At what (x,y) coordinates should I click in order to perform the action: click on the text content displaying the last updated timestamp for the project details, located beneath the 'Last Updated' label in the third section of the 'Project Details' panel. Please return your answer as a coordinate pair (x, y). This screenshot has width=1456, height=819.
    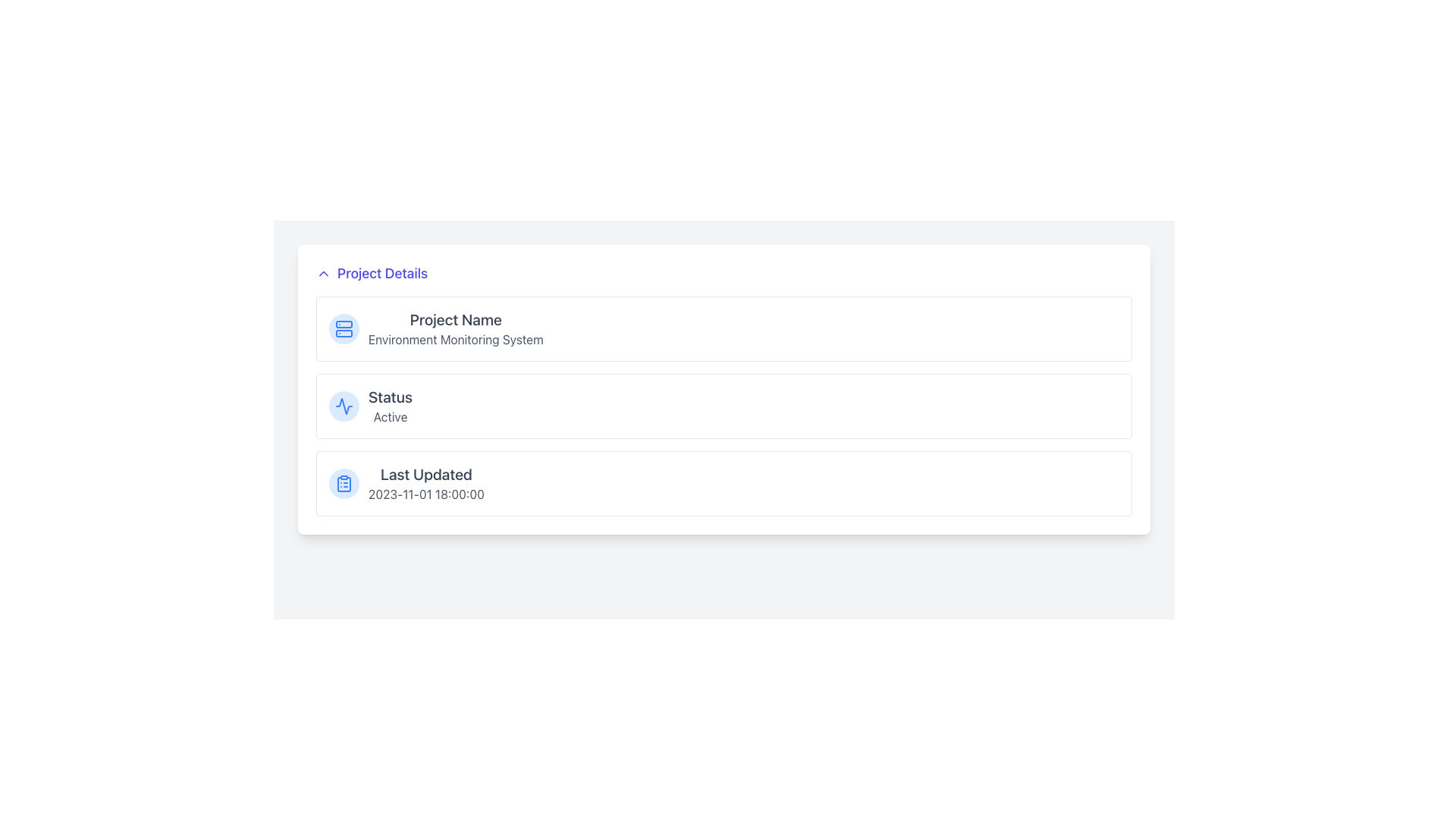
    Looking at the image, I should click on (425, 494).